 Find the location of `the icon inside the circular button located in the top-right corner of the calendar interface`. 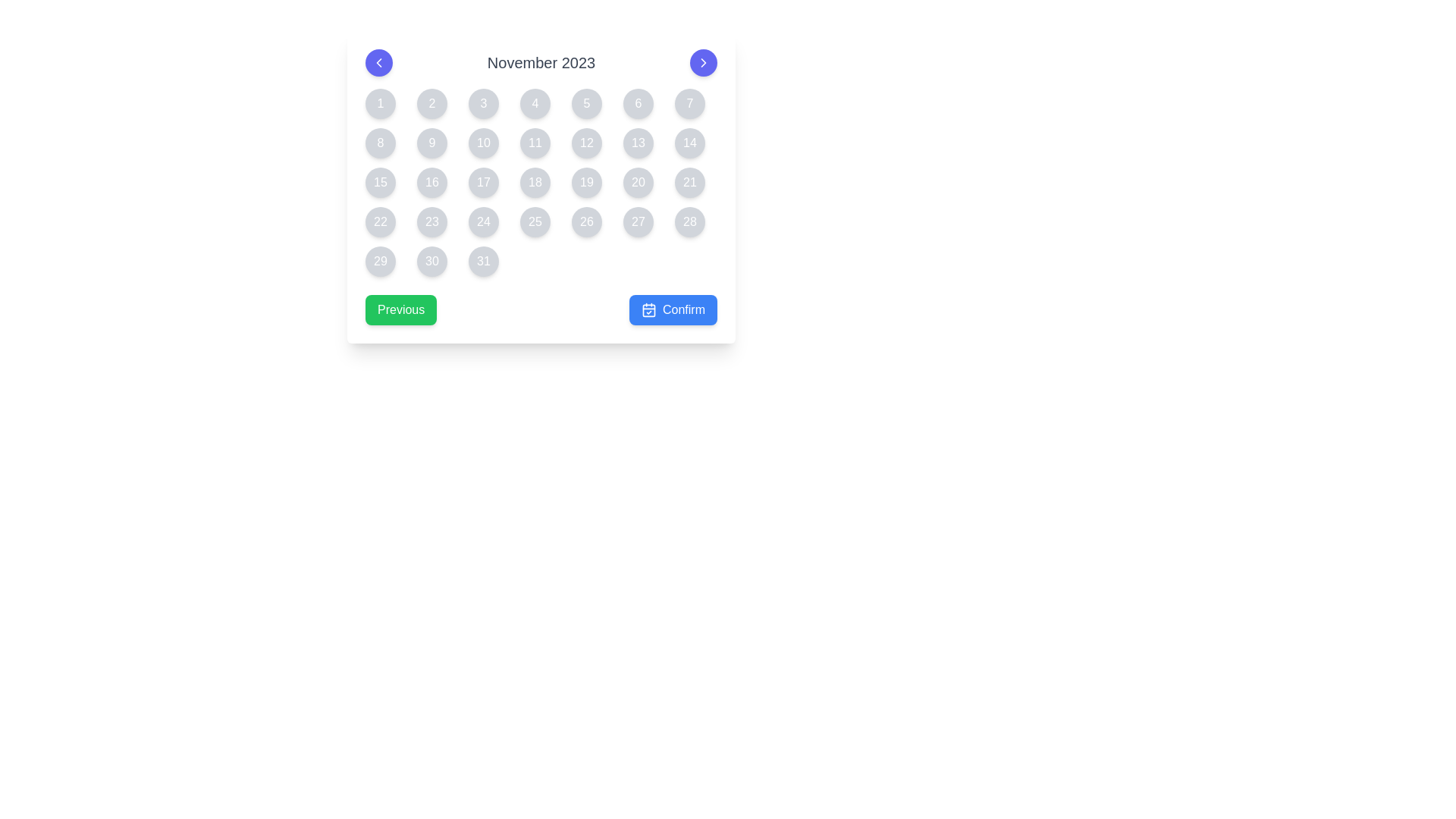

the icon inside the circular button located in the top-right corner of the calendar interface is located at coordinates (702, 62).